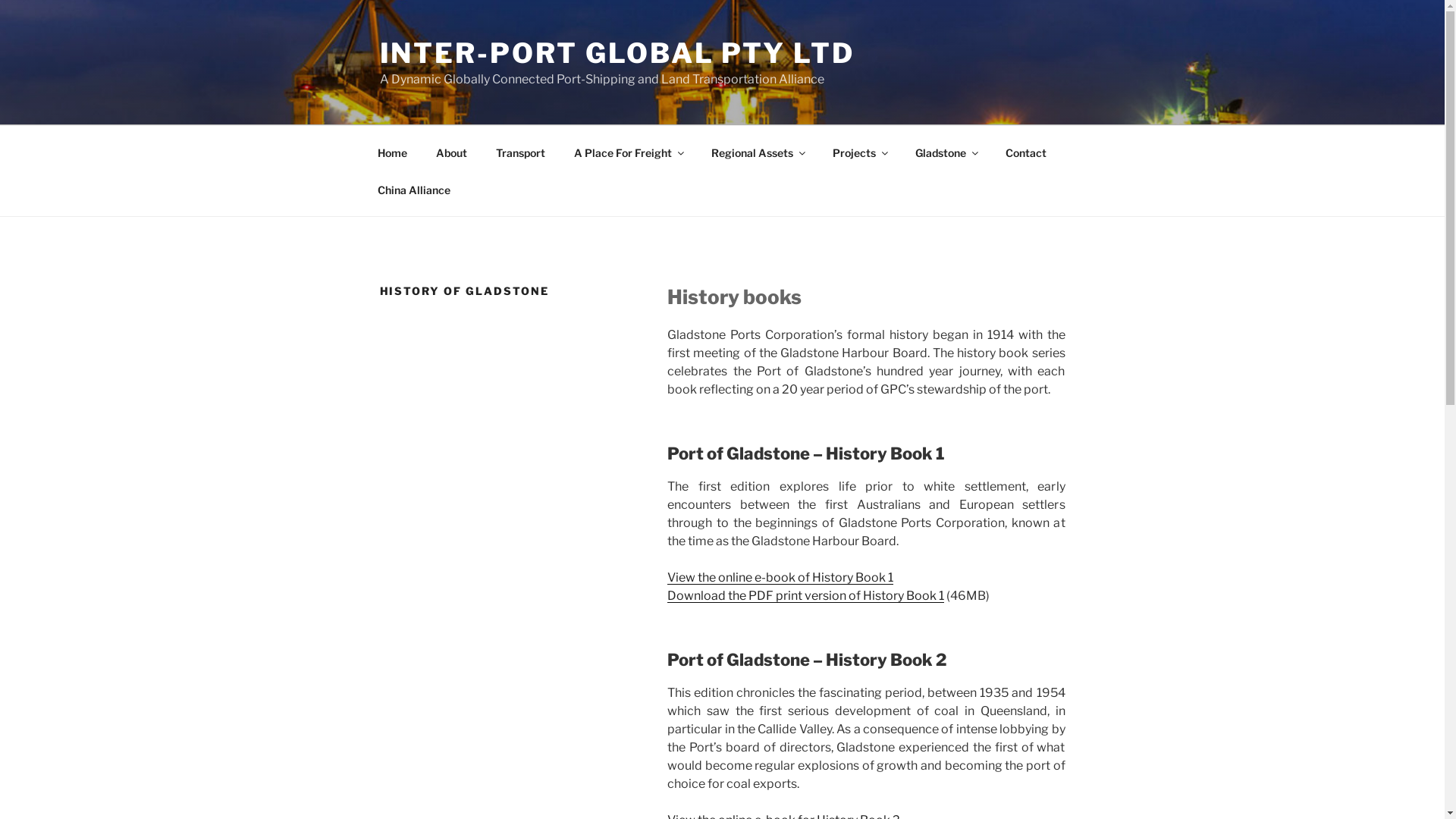 Image resolution: width=1456 pixels, height=819 pixels. Describe the element at coordinates (1025, 152) in the screenshot. I see `'Contact'` at that location.